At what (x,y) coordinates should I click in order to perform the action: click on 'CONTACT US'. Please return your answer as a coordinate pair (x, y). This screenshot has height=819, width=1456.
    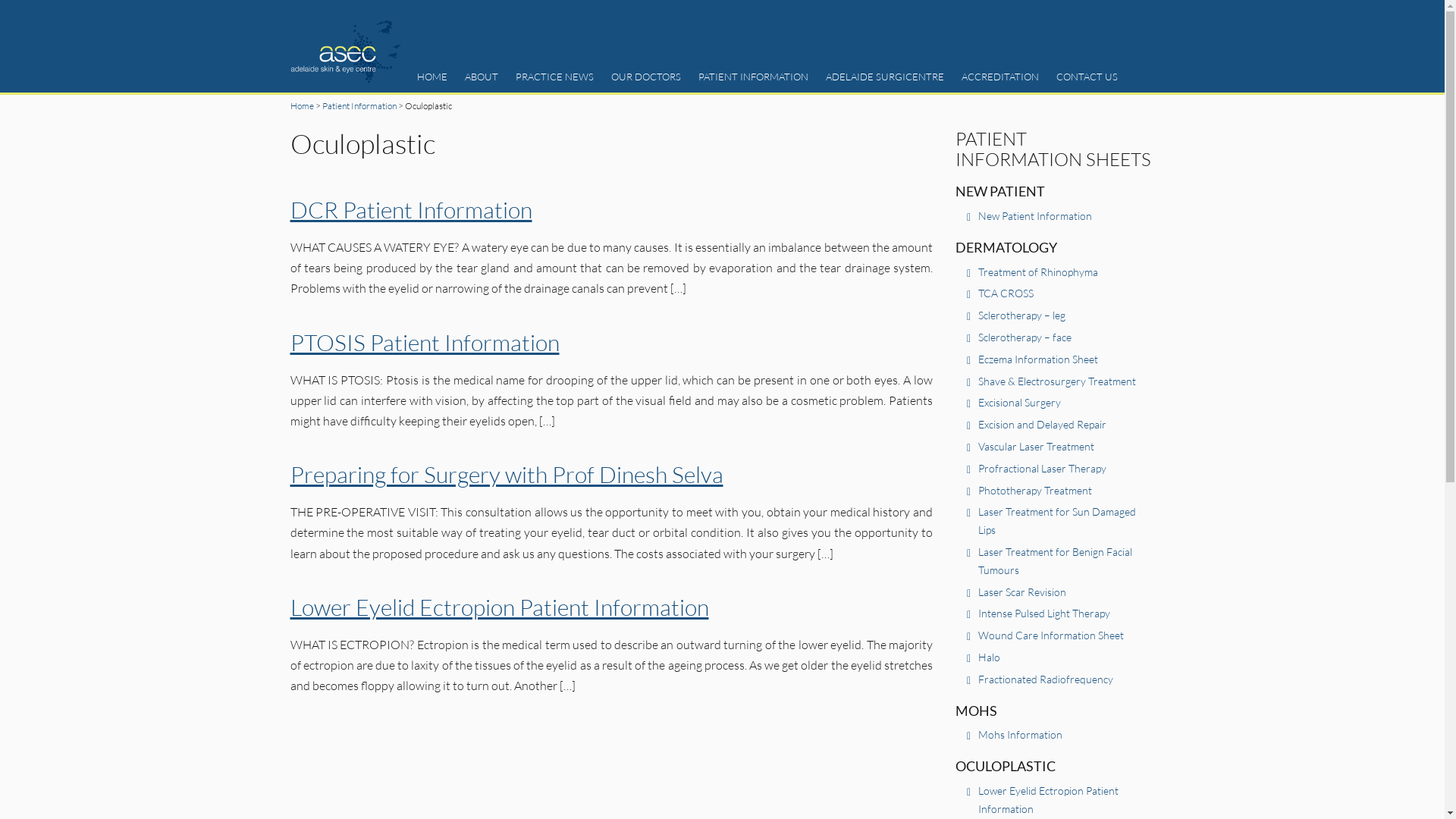
    Looking at the image, I should click on (1086, 76).